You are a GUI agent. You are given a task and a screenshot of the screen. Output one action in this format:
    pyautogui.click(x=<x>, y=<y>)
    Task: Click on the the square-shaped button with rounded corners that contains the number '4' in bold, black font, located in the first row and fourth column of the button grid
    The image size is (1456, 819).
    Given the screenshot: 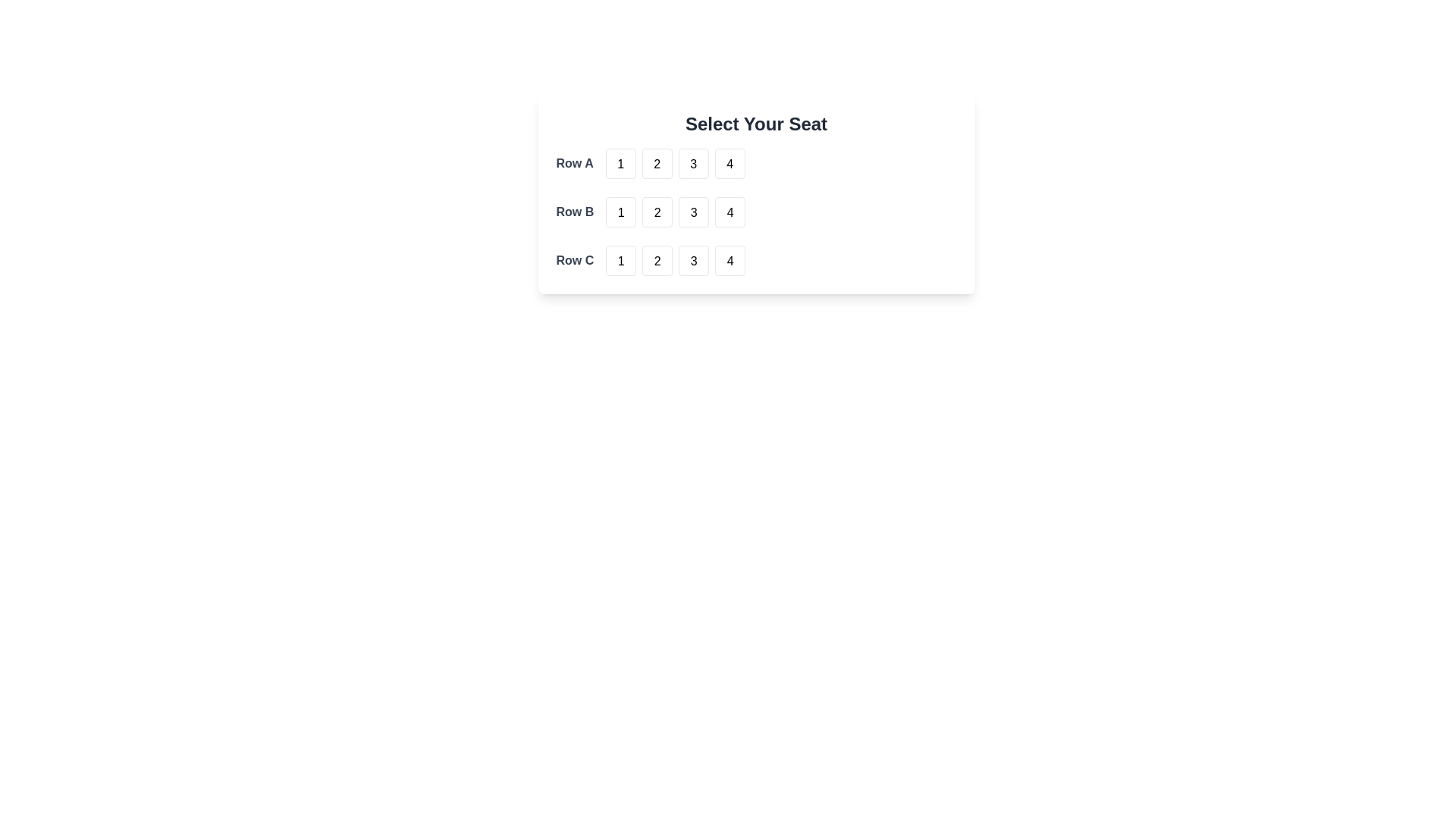 What is the action you would take?
    pyautogui.click(x=730, y=164)
    